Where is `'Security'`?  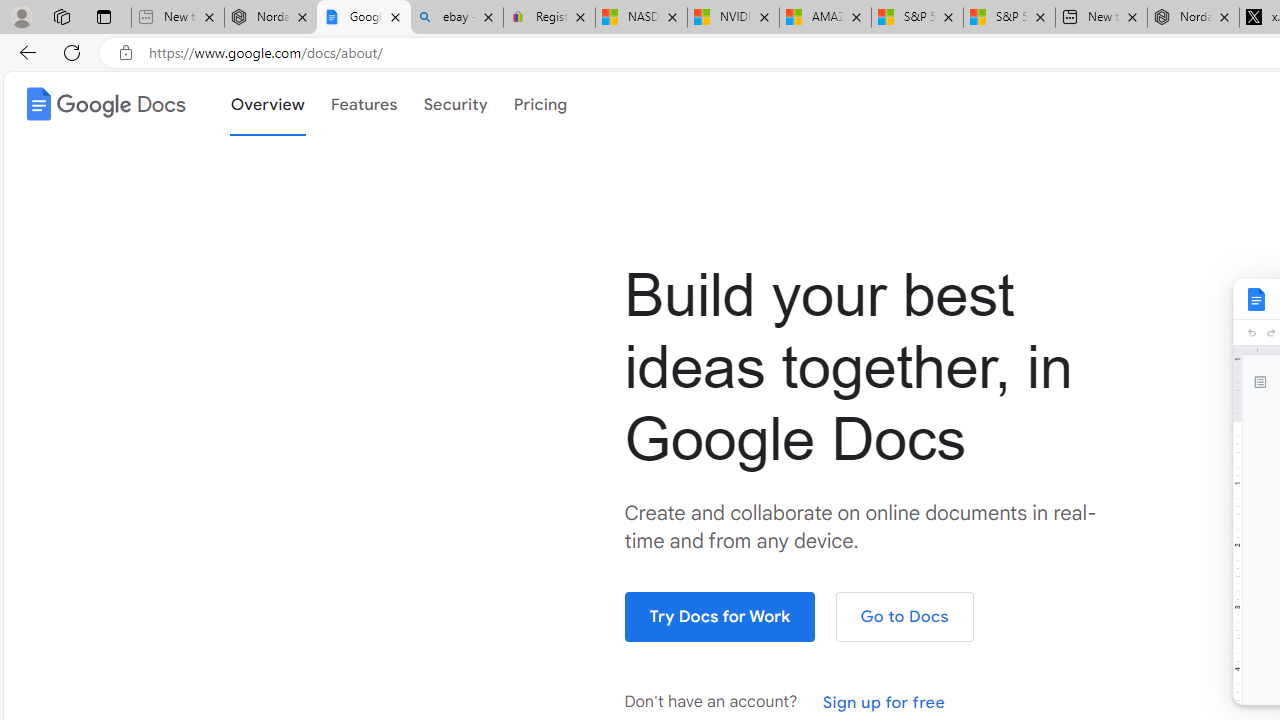
'Security' is located at coordinates (454, 104).